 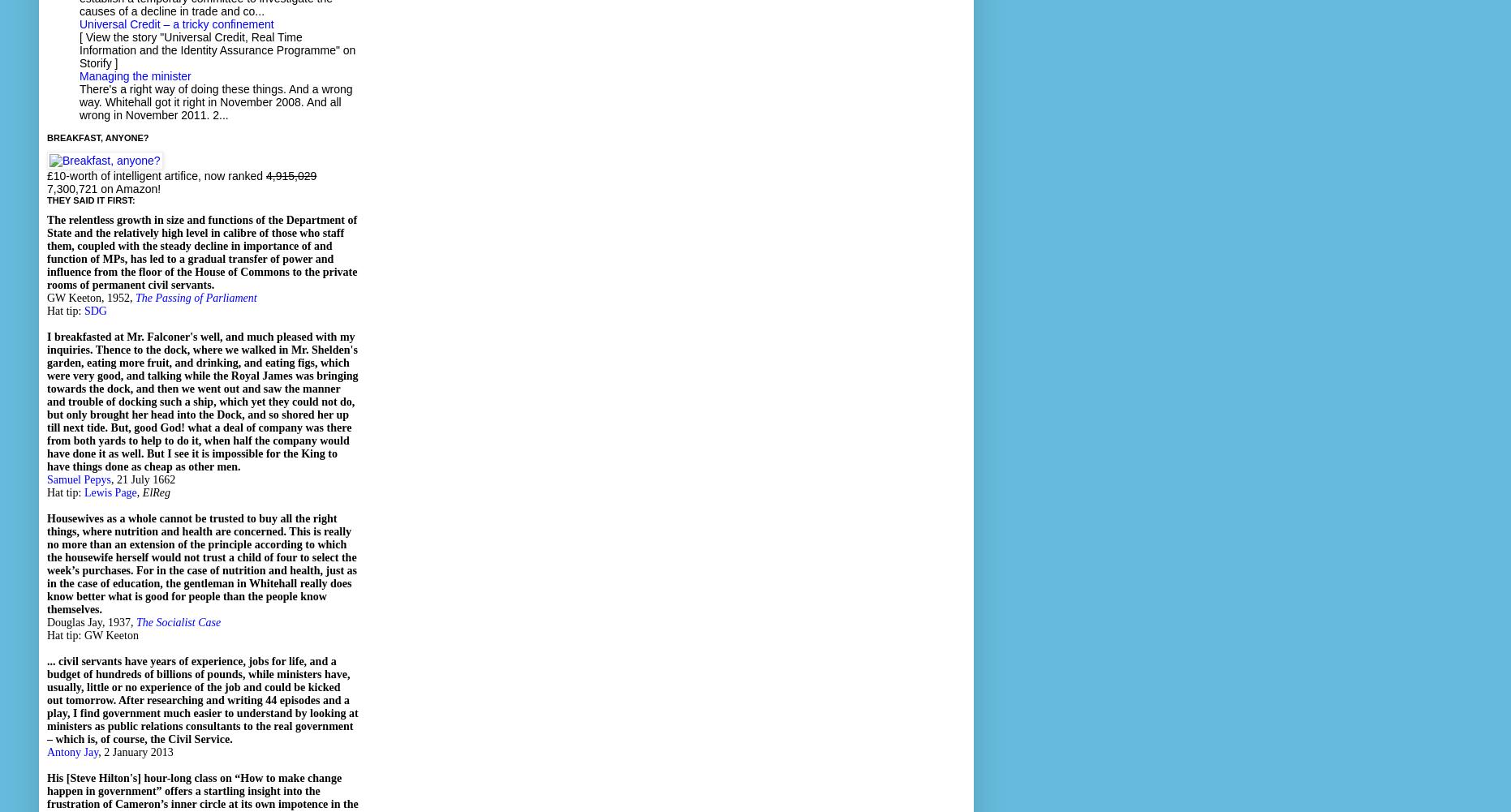 What do you see at coordinates (134, 75) in the screenshot?
I see `'Managing the minister'` at bounding box center [134, 75].